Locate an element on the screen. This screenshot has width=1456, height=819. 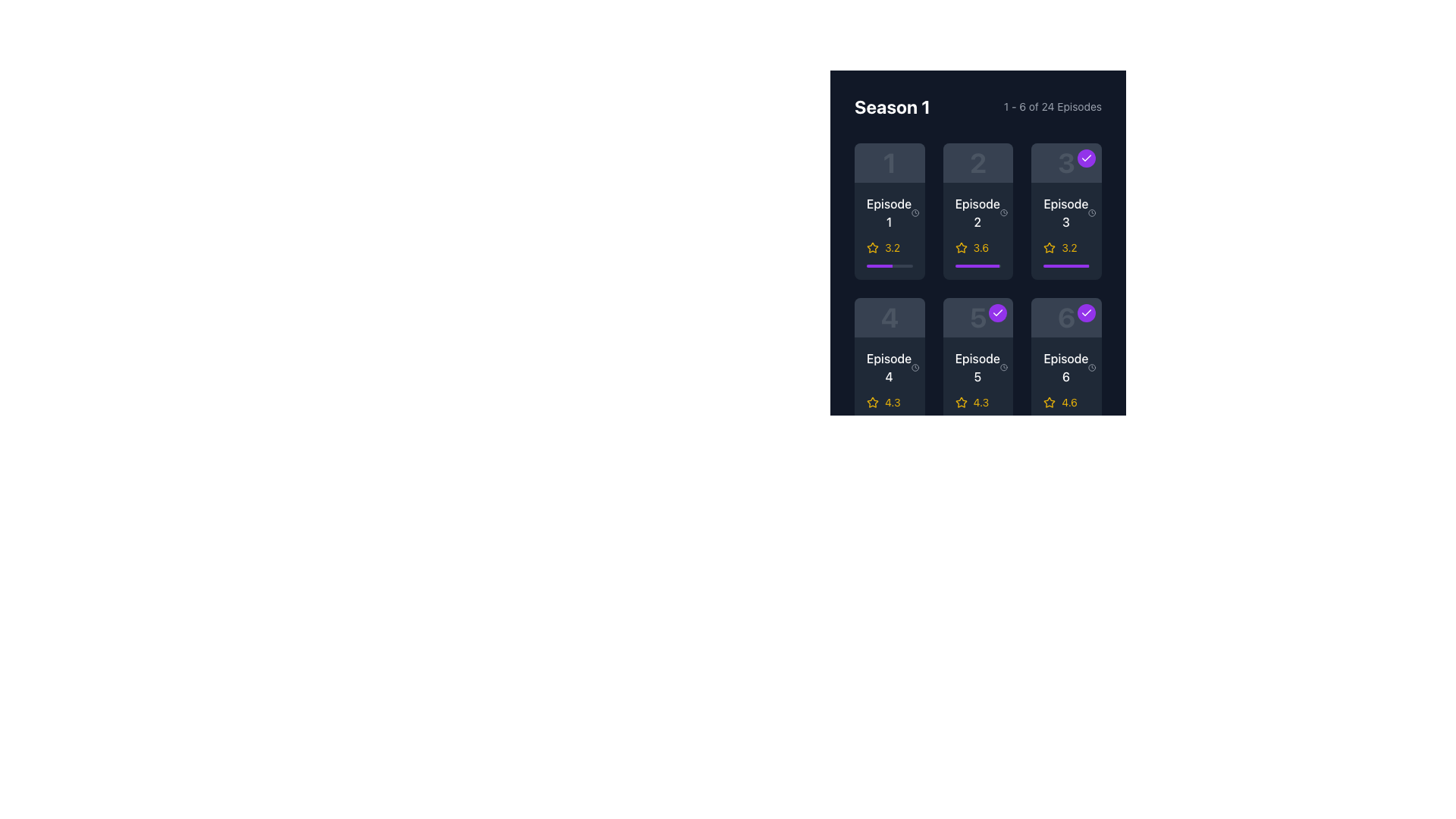
the fourth item is located at coordinates (890, 385).